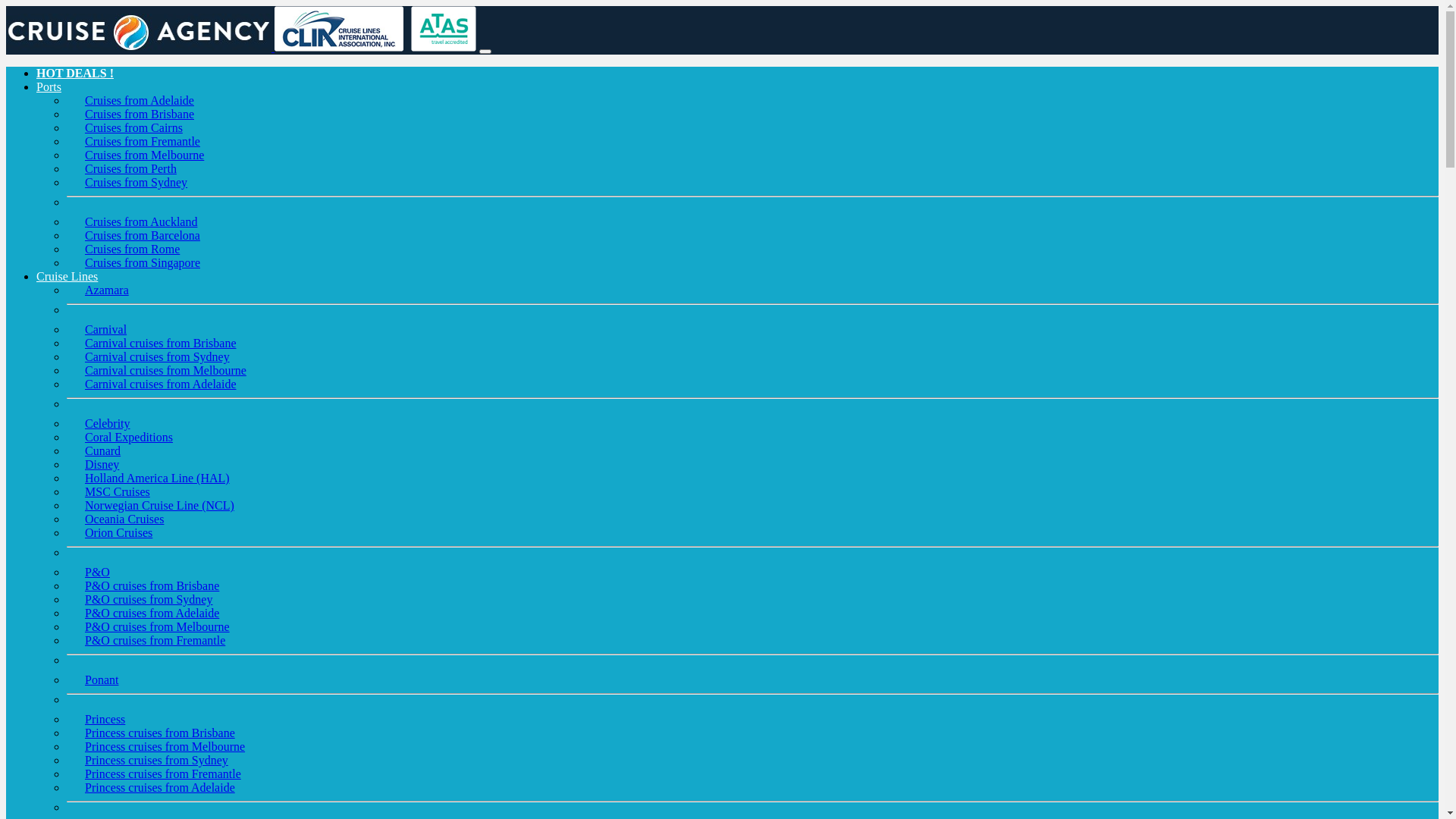 The image size is (1456, 819). Describe the element at coordinates (155, 640) in the screenshot. I see `'P&O cruises from Fremantle'` at that location.